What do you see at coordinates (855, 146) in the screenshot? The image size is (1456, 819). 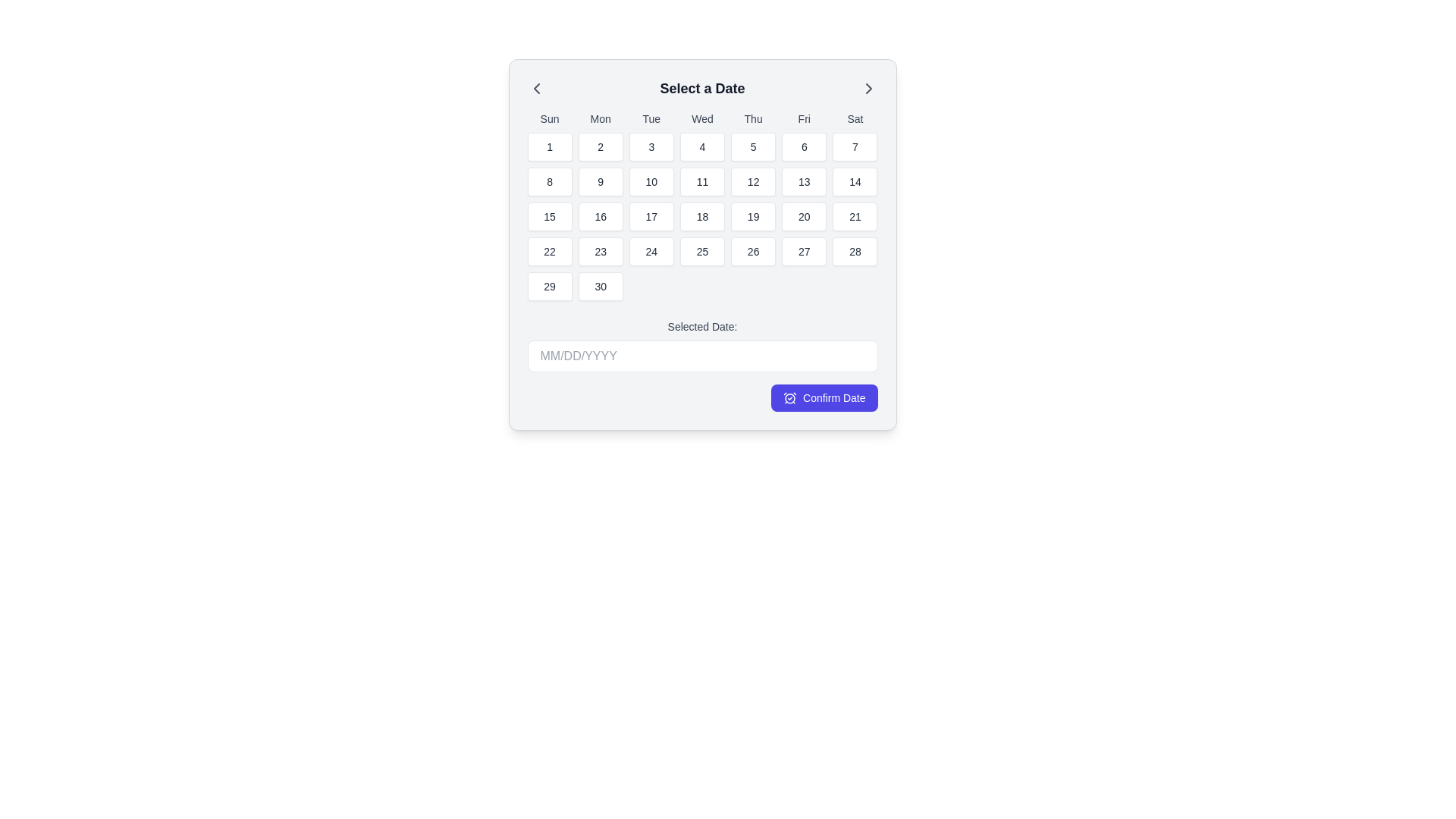 I see `the selectable date button representing the date '7' in the first row of the calendar grid under the 'Sat' column` at bounding box center [855, 146].